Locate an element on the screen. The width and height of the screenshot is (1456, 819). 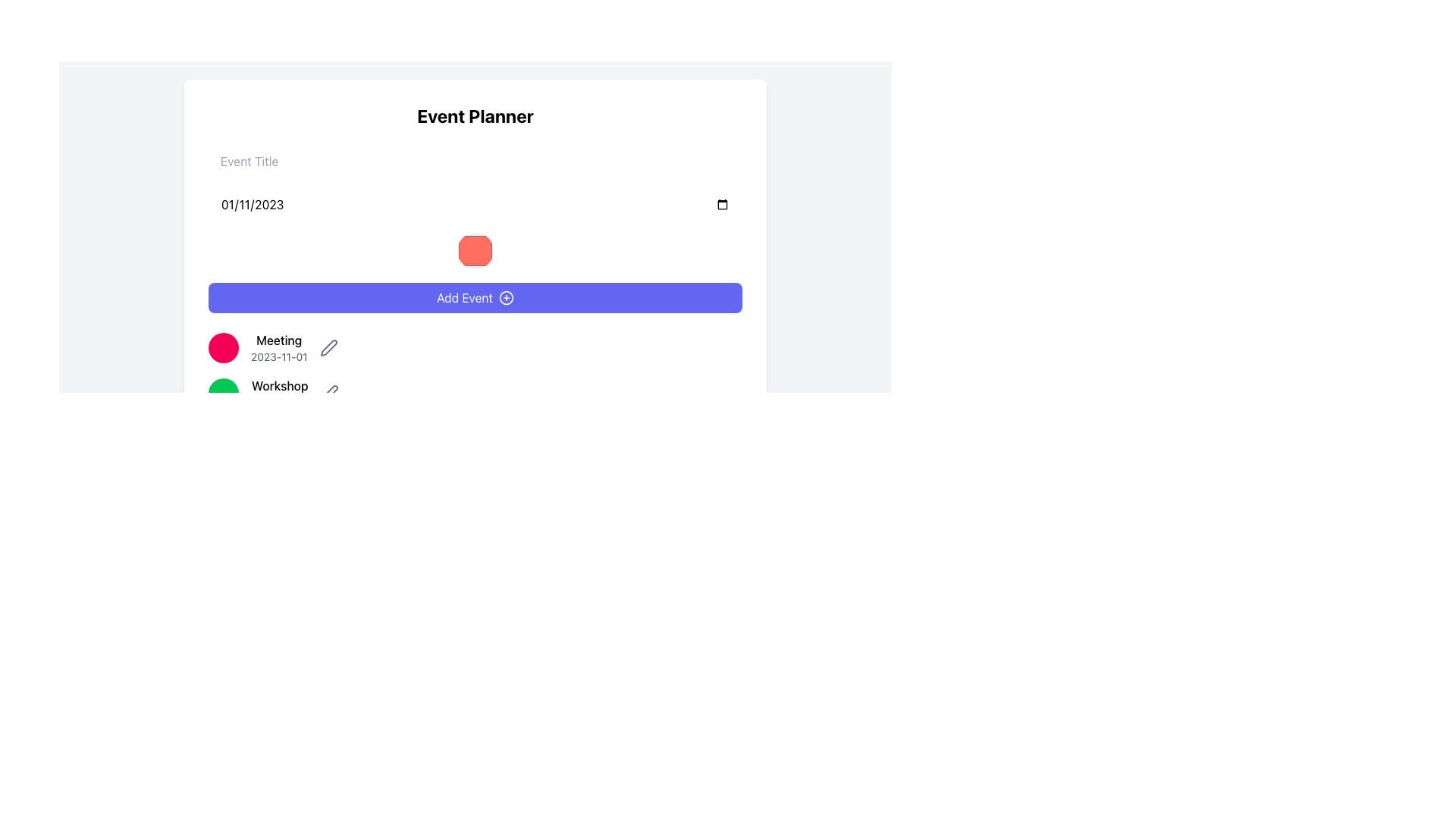
the circular graphical decoration of the 'Add Event' button located in the footer section of the event panel is located at coordinates (506, 298).